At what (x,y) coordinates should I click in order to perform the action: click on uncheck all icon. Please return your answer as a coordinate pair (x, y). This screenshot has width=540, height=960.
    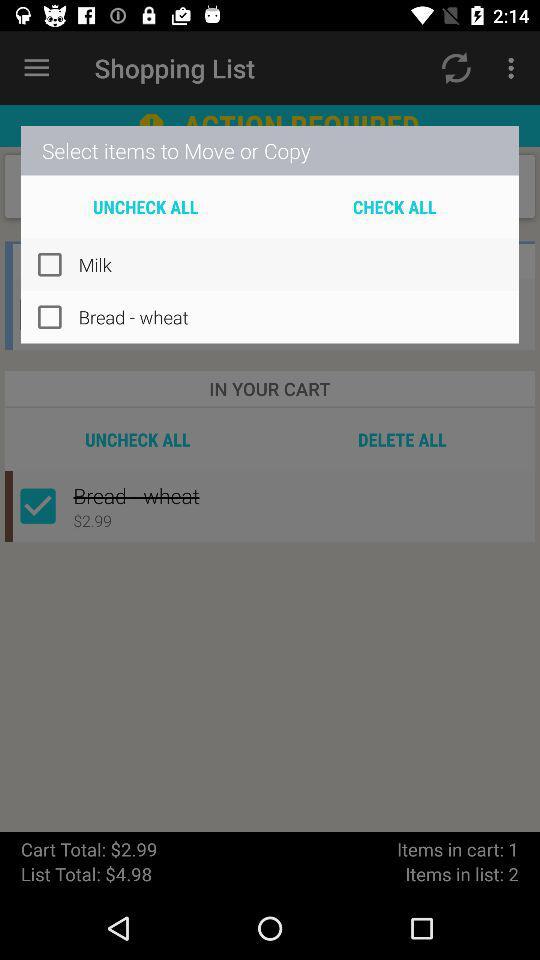
    Looking at the image, I should click on (144, 206).